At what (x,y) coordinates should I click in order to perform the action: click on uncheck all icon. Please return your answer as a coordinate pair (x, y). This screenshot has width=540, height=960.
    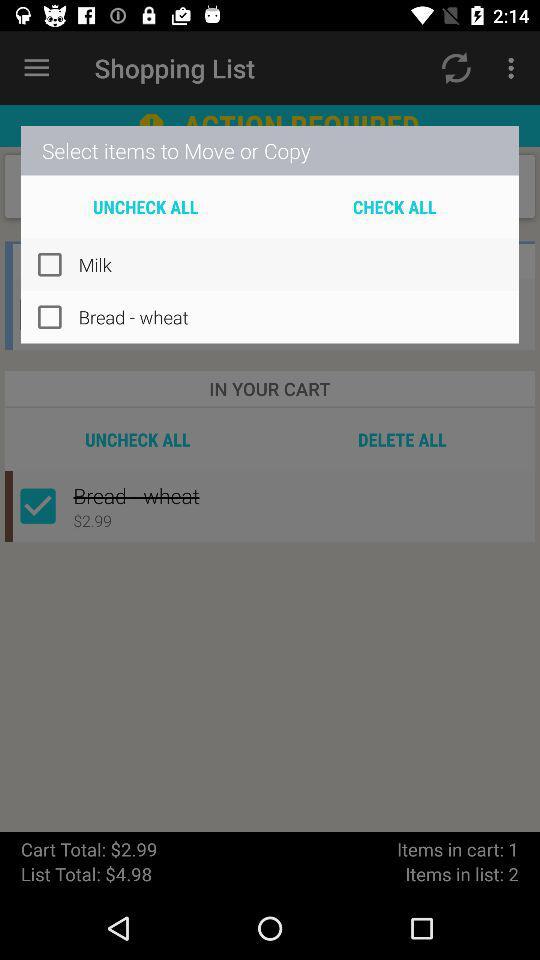
    Looking at the image, I should click on (144, 206).